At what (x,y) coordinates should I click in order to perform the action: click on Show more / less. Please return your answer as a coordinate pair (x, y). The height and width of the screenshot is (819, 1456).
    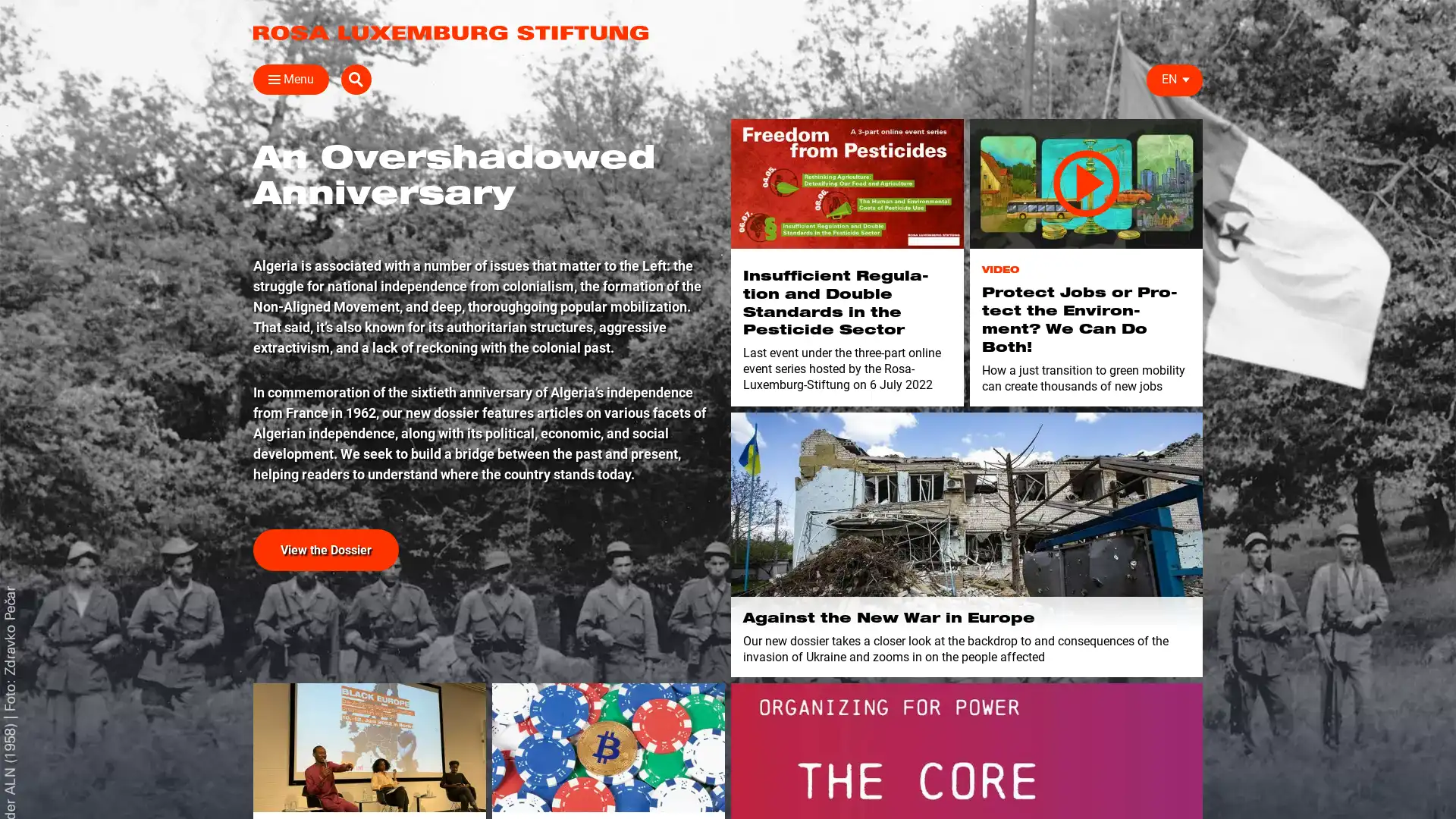
    Looking at the image, I should click on (483, 178).